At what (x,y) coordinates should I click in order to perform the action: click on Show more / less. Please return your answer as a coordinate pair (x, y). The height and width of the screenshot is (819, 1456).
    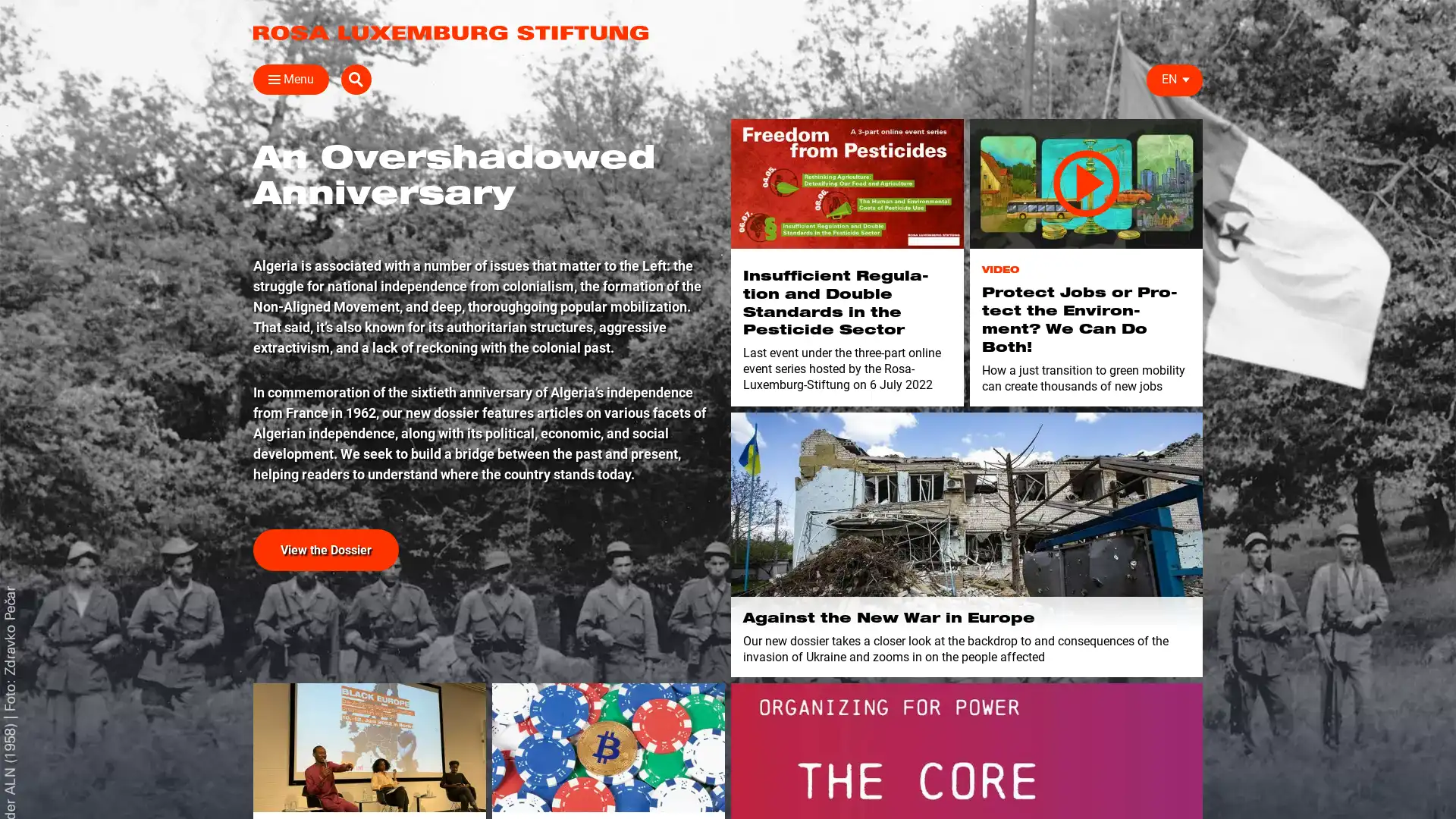
    Looking at the image, I should click on (483, 178).